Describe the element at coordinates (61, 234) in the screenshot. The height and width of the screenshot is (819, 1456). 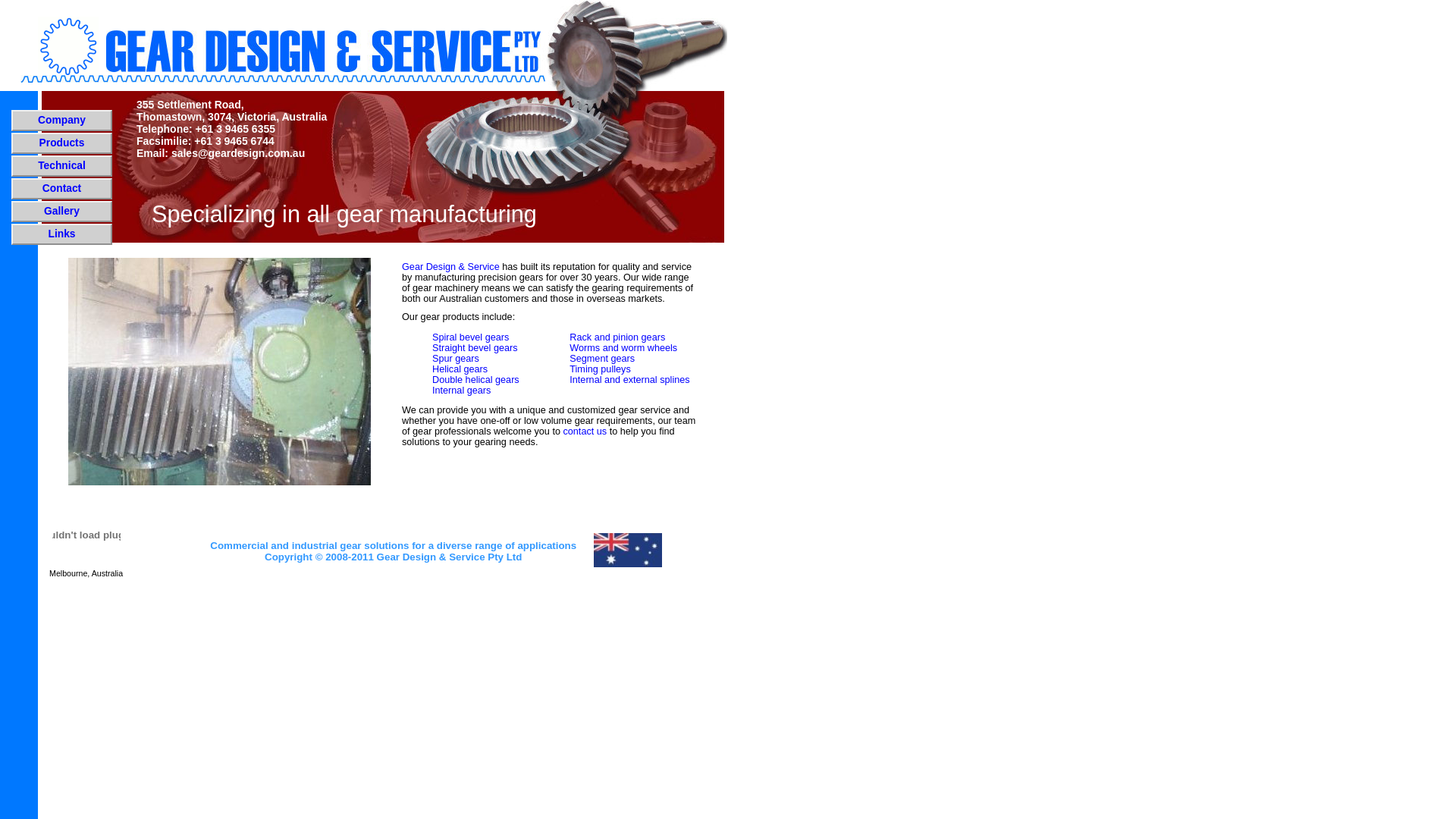
I see `'Links'` at that location.